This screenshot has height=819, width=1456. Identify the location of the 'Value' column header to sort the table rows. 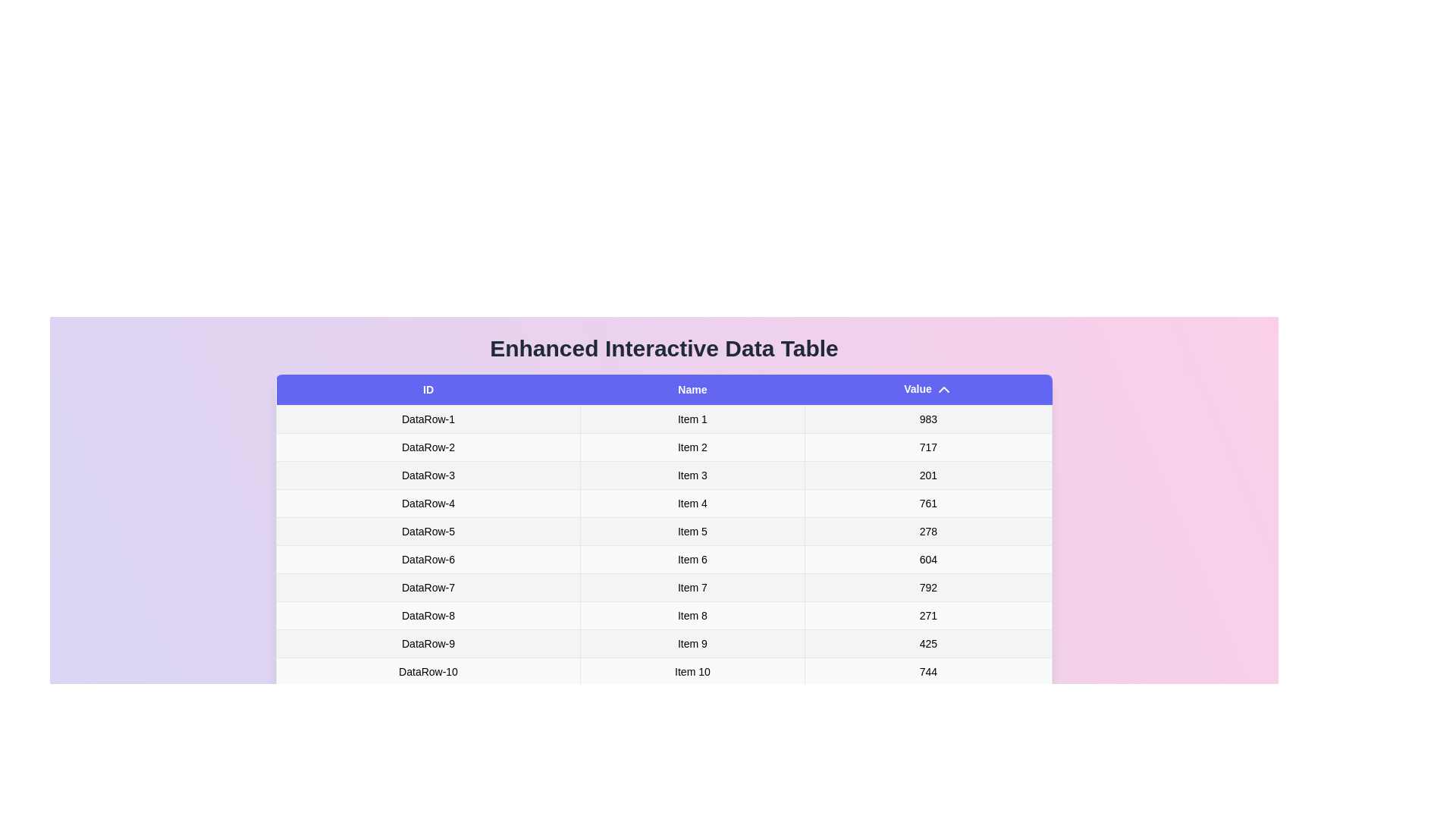
(927, 388).